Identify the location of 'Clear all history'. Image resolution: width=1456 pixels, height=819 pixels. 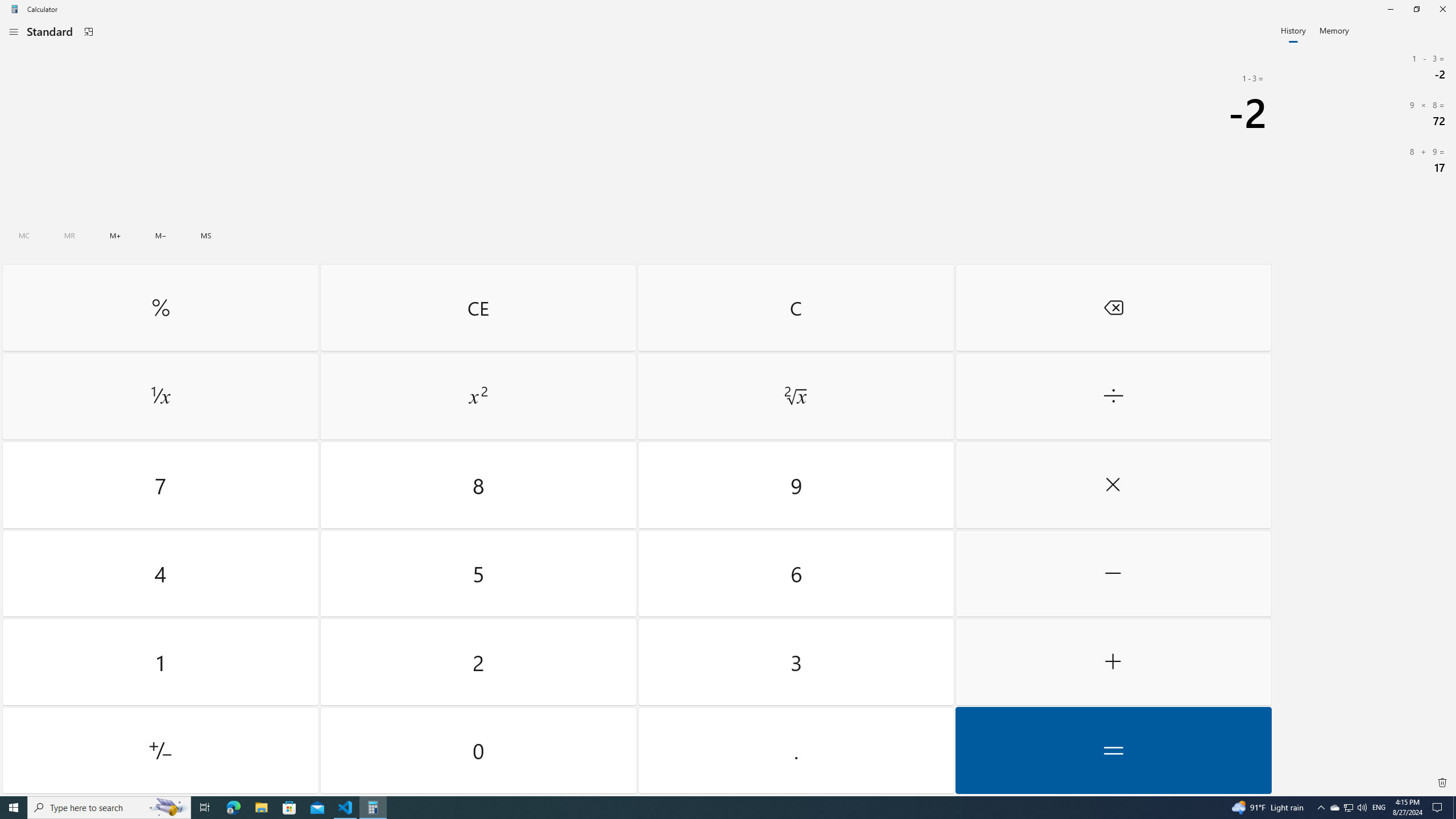
(1442, 781).